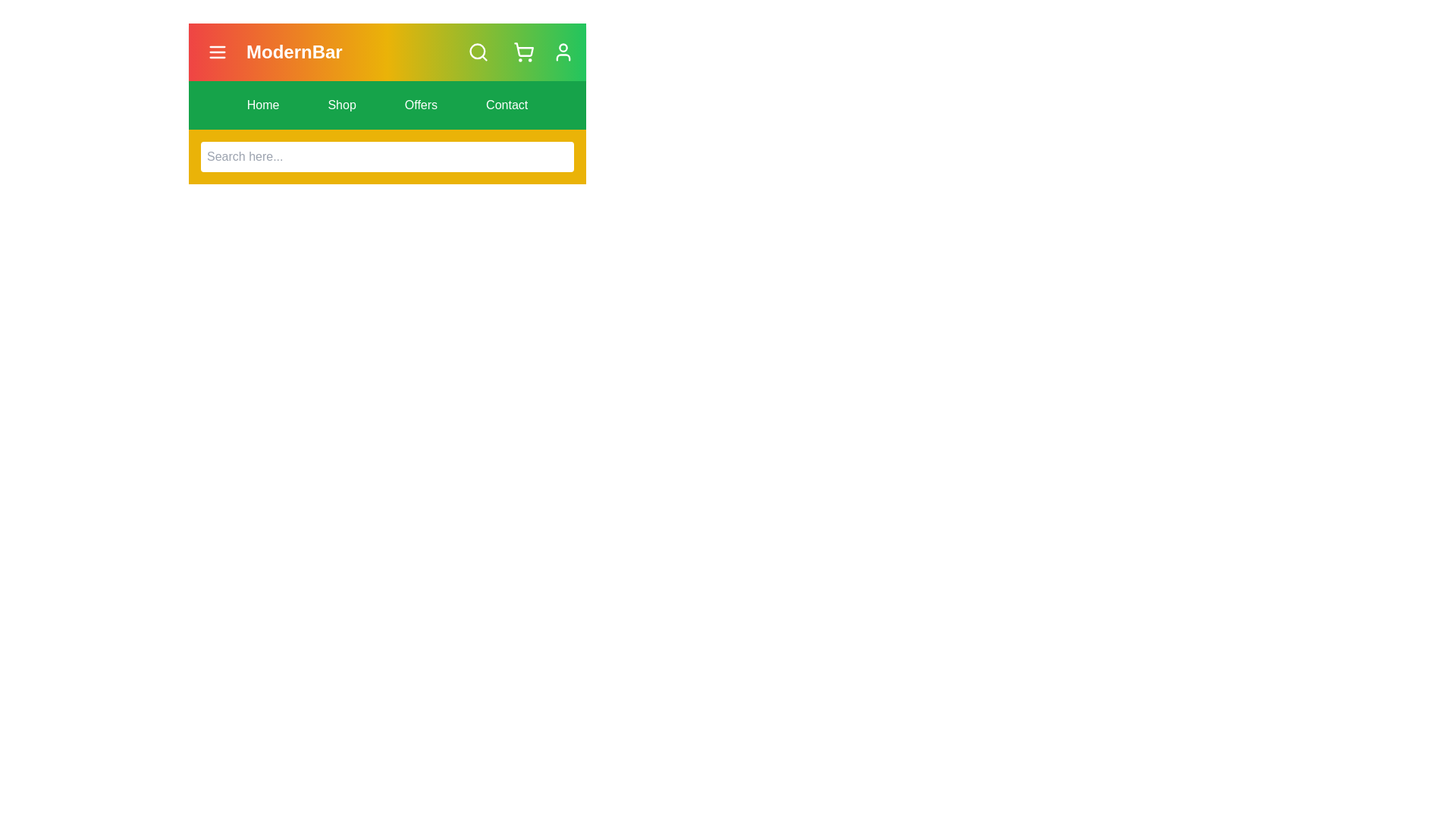  What do you see at coordinates (524, 52) in the screenshot?
I see `the shopping cart icon` at bounding box center [524, 52].